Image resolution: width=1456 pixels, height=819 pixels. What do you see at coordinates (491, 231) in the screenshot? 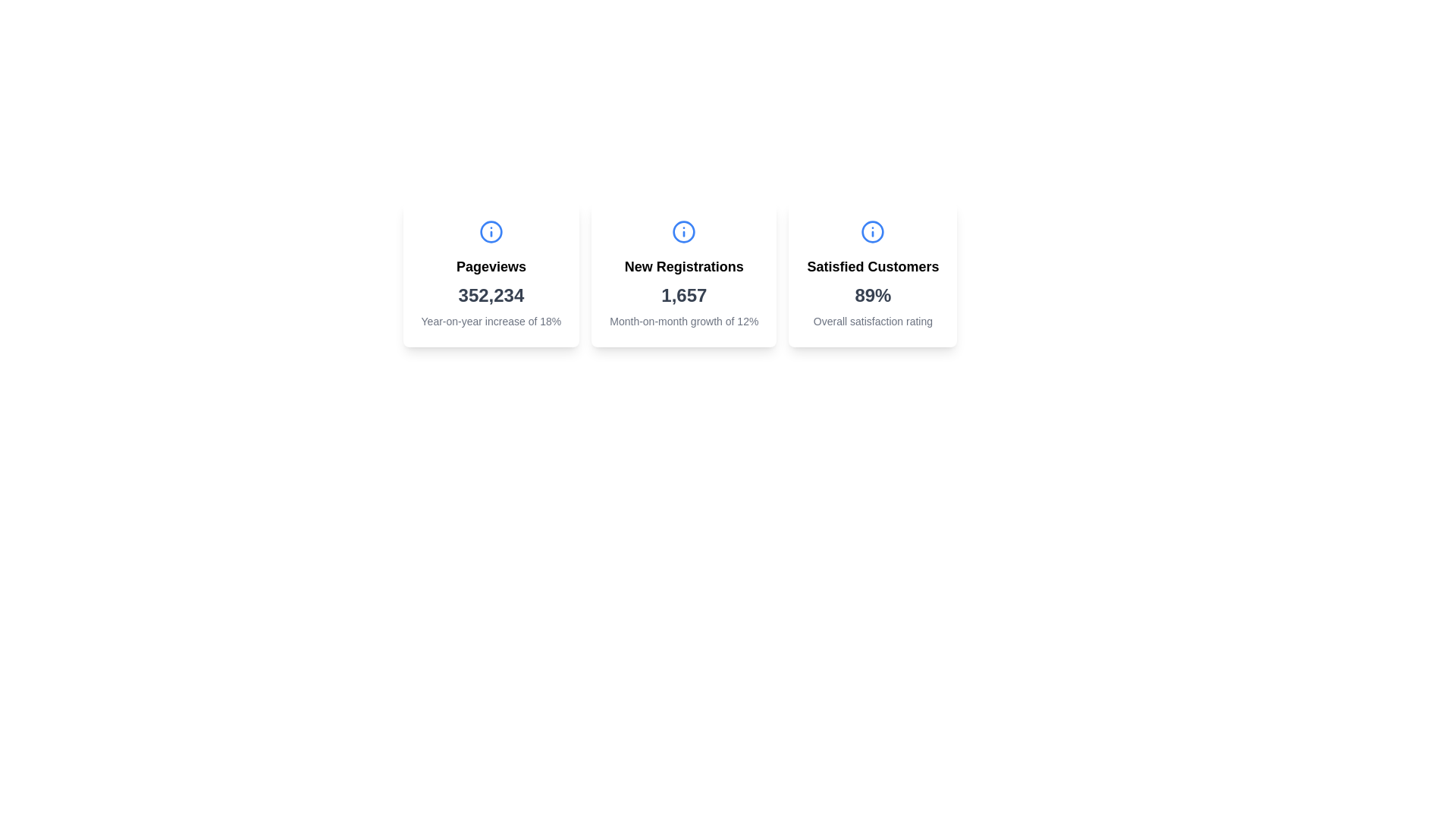
I see `the hollow circular graphic with a light blue border located within the information symbol icon at the top of the leftmost card` at bounding box center [491, 231].